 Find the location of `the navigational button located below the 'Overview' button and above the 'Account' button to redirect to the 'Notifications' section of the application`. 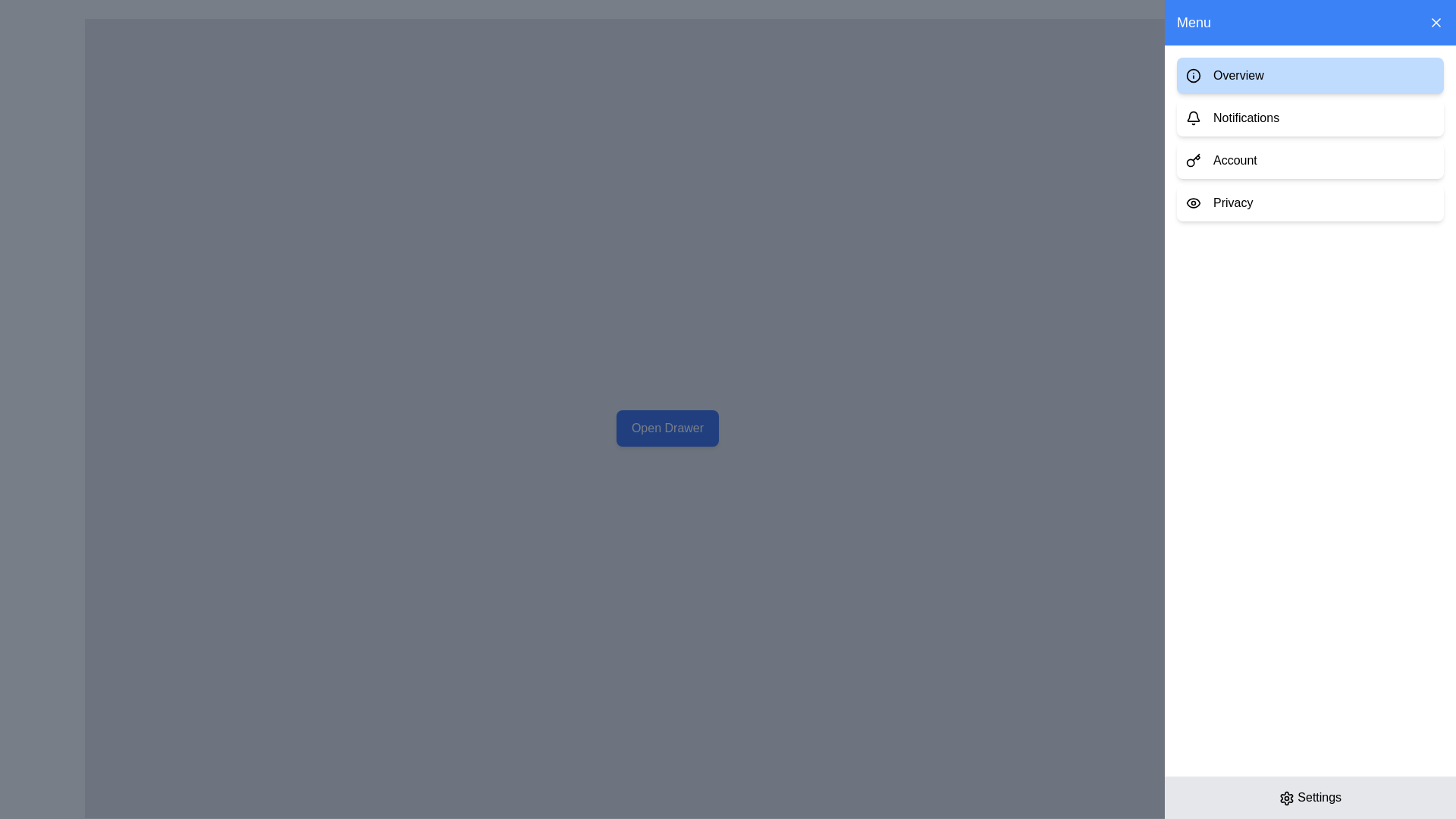

the navigational button located below the 'Overview' button and above the 'Account' button to redirect to the 'Notifications' section of the application is located at coordinates (1310, 117).